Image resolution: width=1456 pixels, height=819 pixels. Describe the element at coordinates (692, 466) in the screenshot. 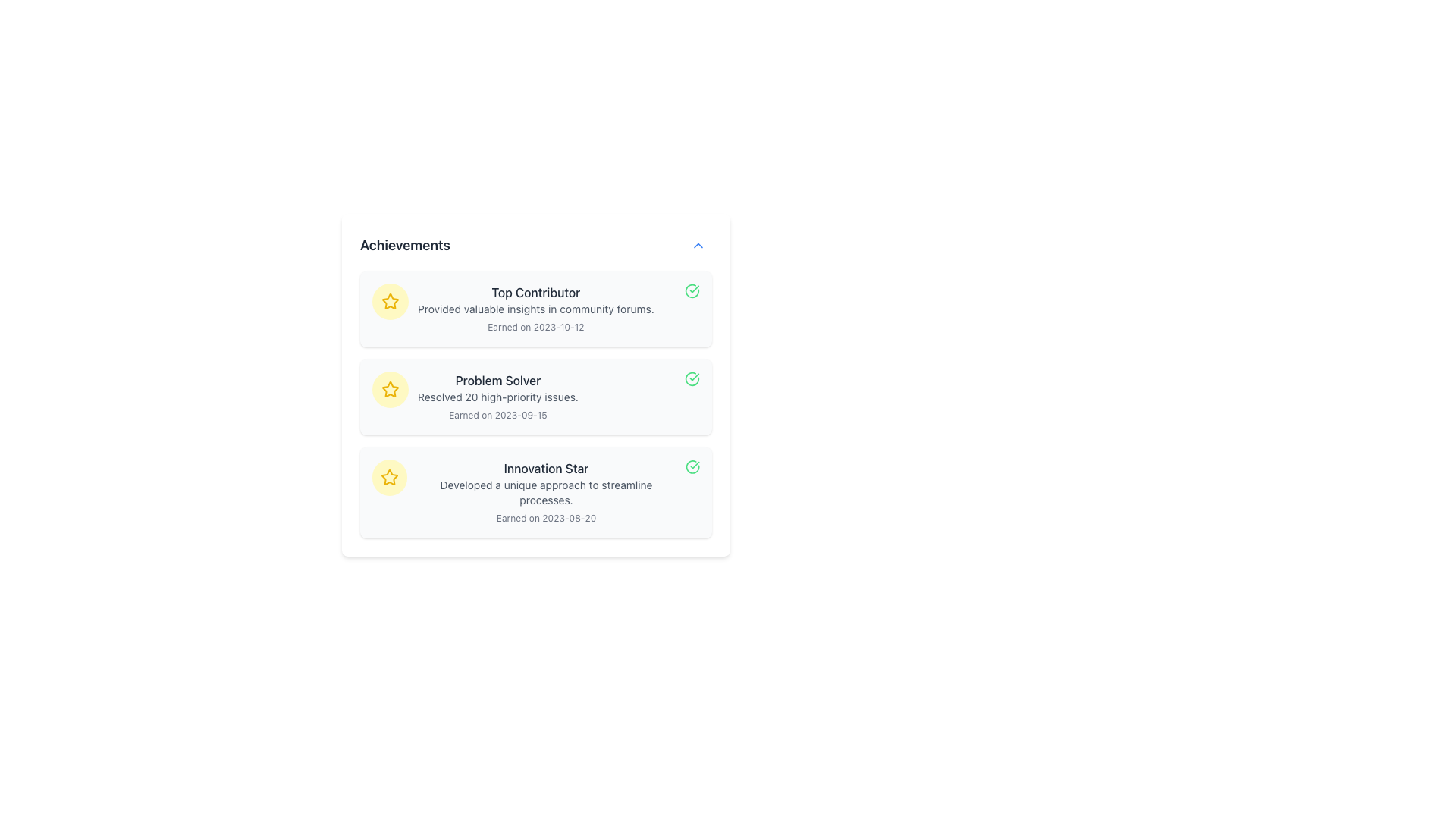

I see `the status indicated by the 'Innovation Star' icon located in the bottom-most list item under the 'Achievements' section, aligned to the far right, adjacent to the earning date text` at that location.